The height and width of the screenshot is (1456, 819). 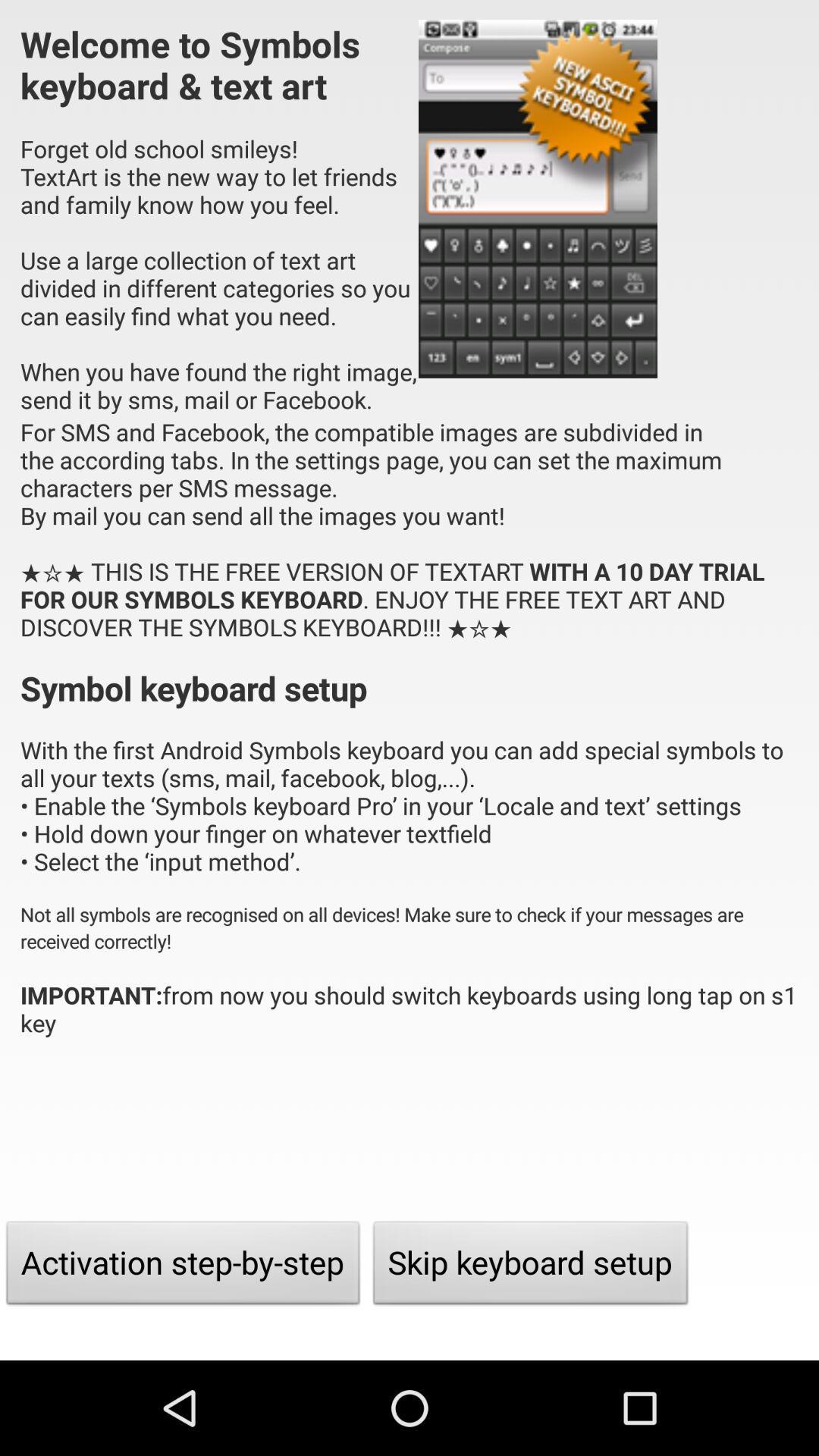 What do you see at coordinates (530, 1266) in the screenshot?
I see `the item at the bottom` at bounding box center [530, 1266].